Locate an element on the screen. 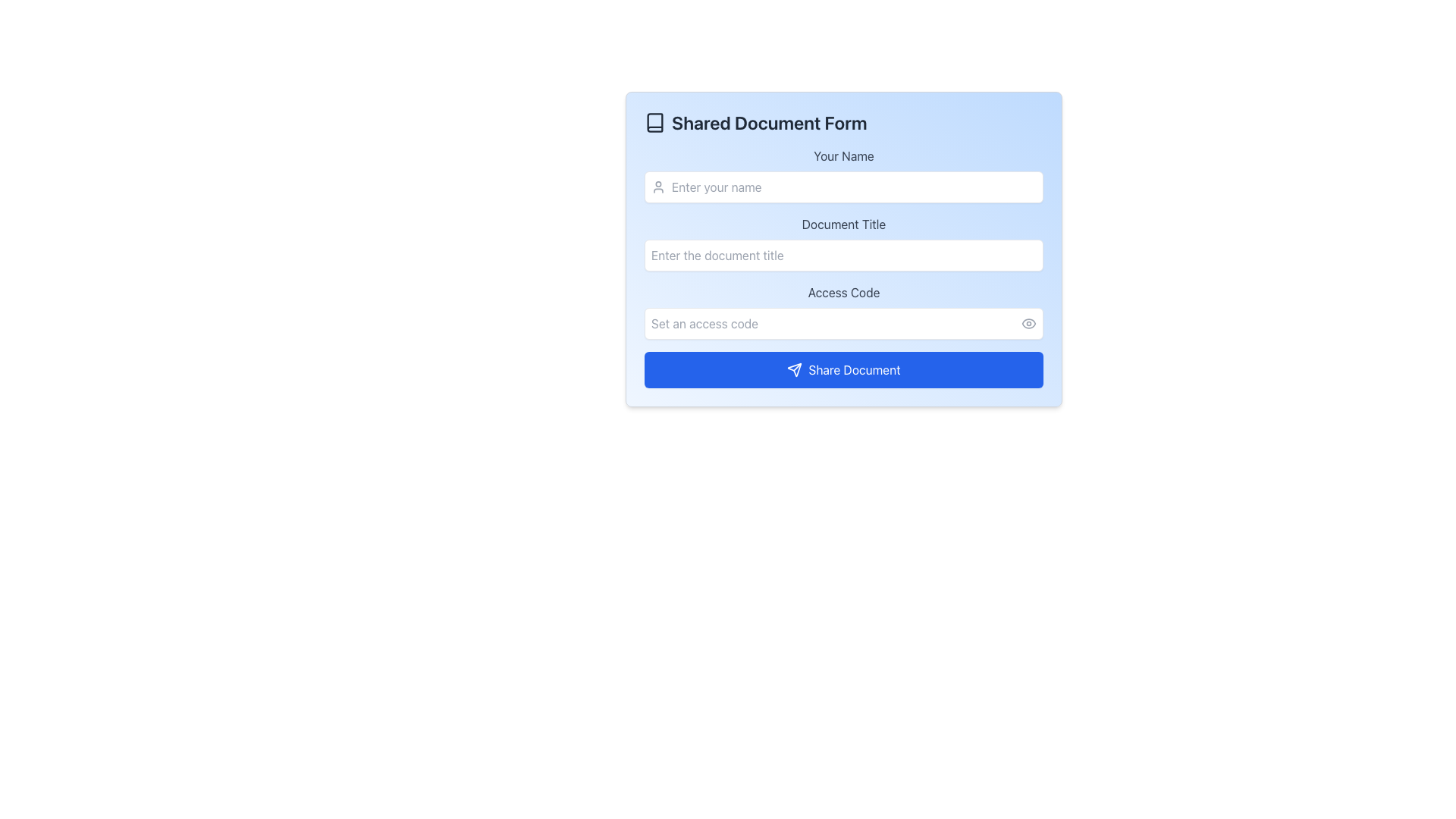 The width and height of the screenshot is (1456, 819). the share button at the bottom of the 'Shared Document Form' is located at coordinates (843, 370).